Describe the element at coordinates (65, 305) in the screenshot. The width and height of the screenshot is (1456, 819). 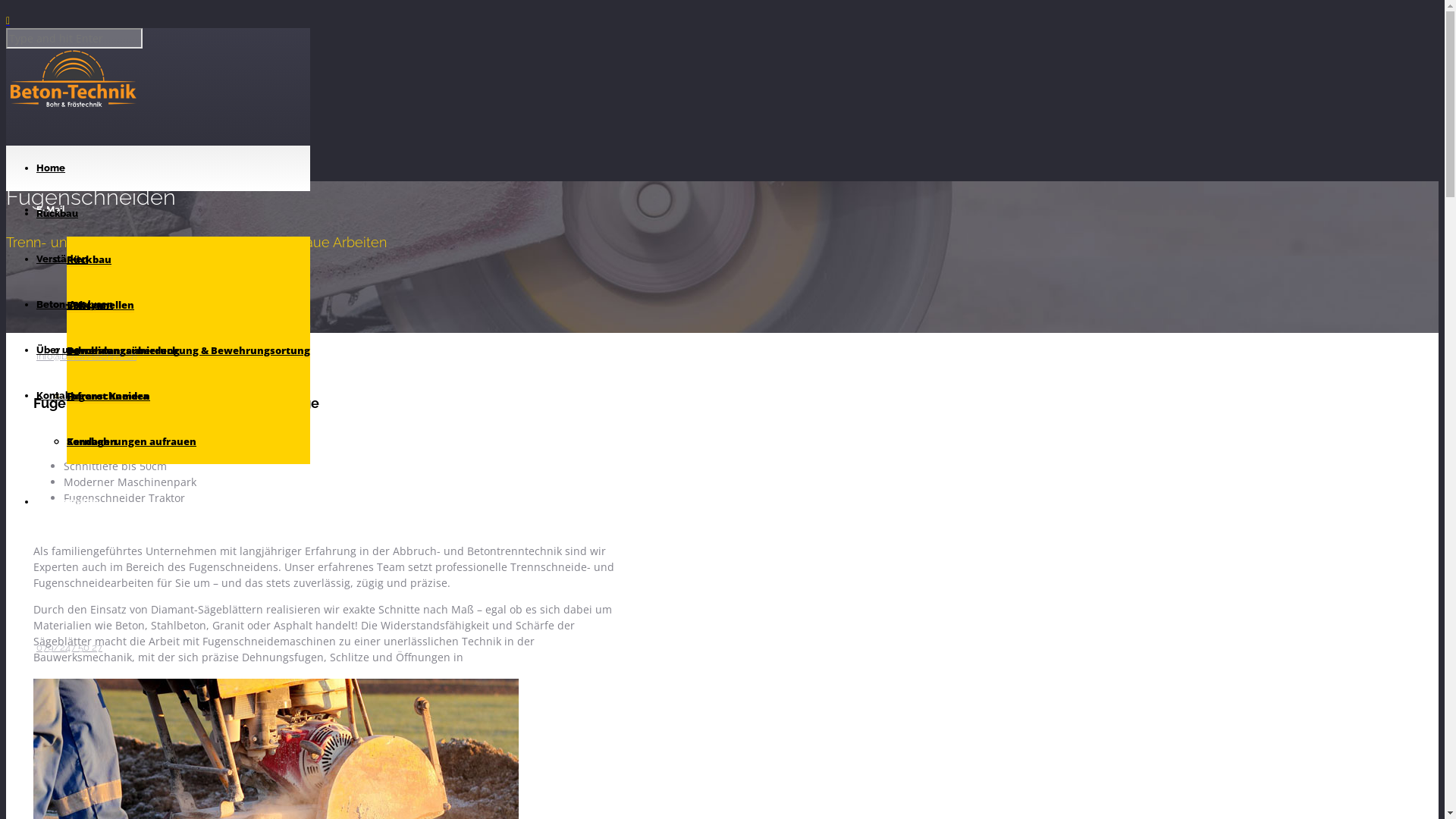
I see `'CFK Lamellen'` at that location.